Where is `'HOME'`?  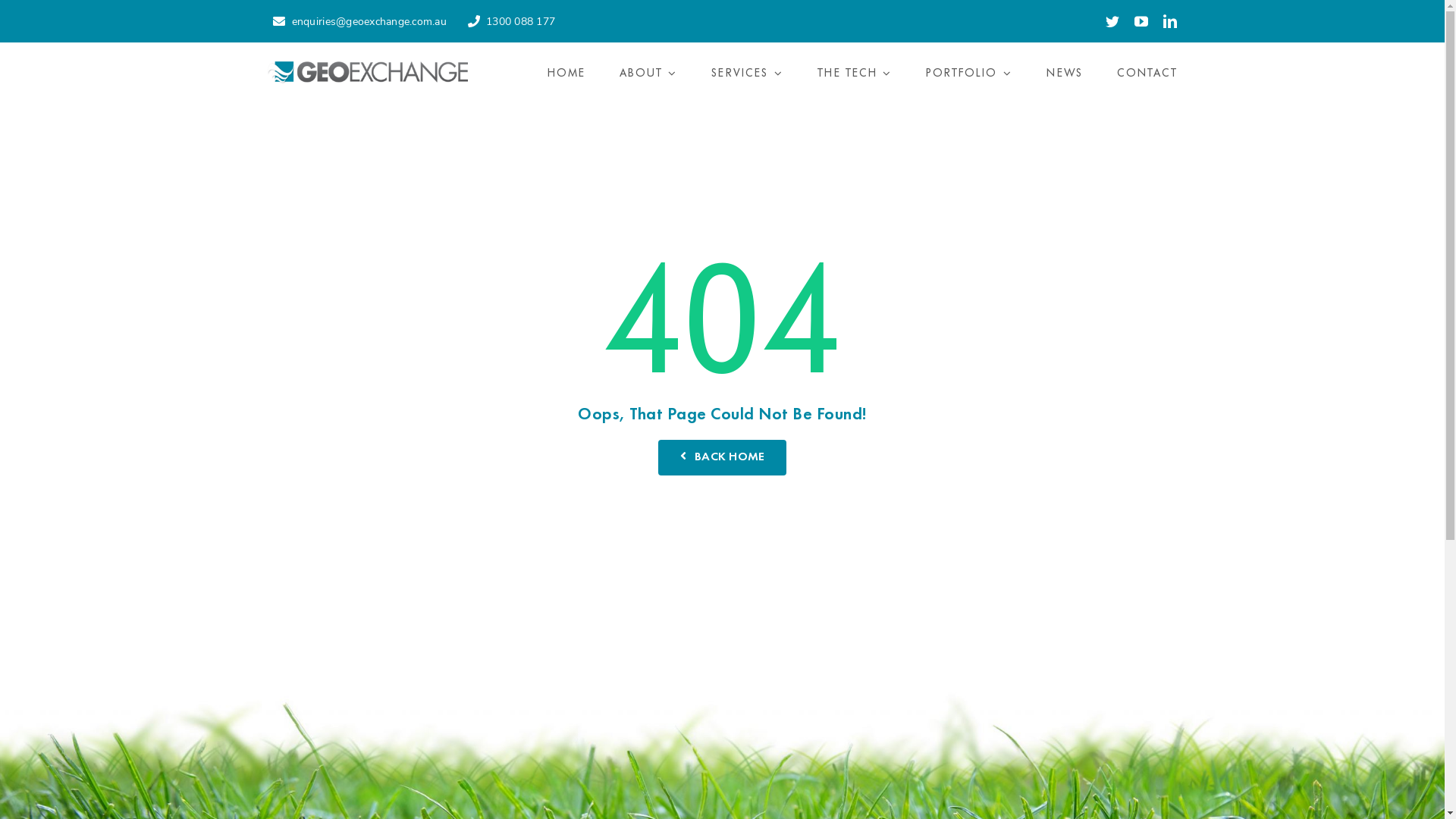 'HOME' is located at coordinates (566, 73).